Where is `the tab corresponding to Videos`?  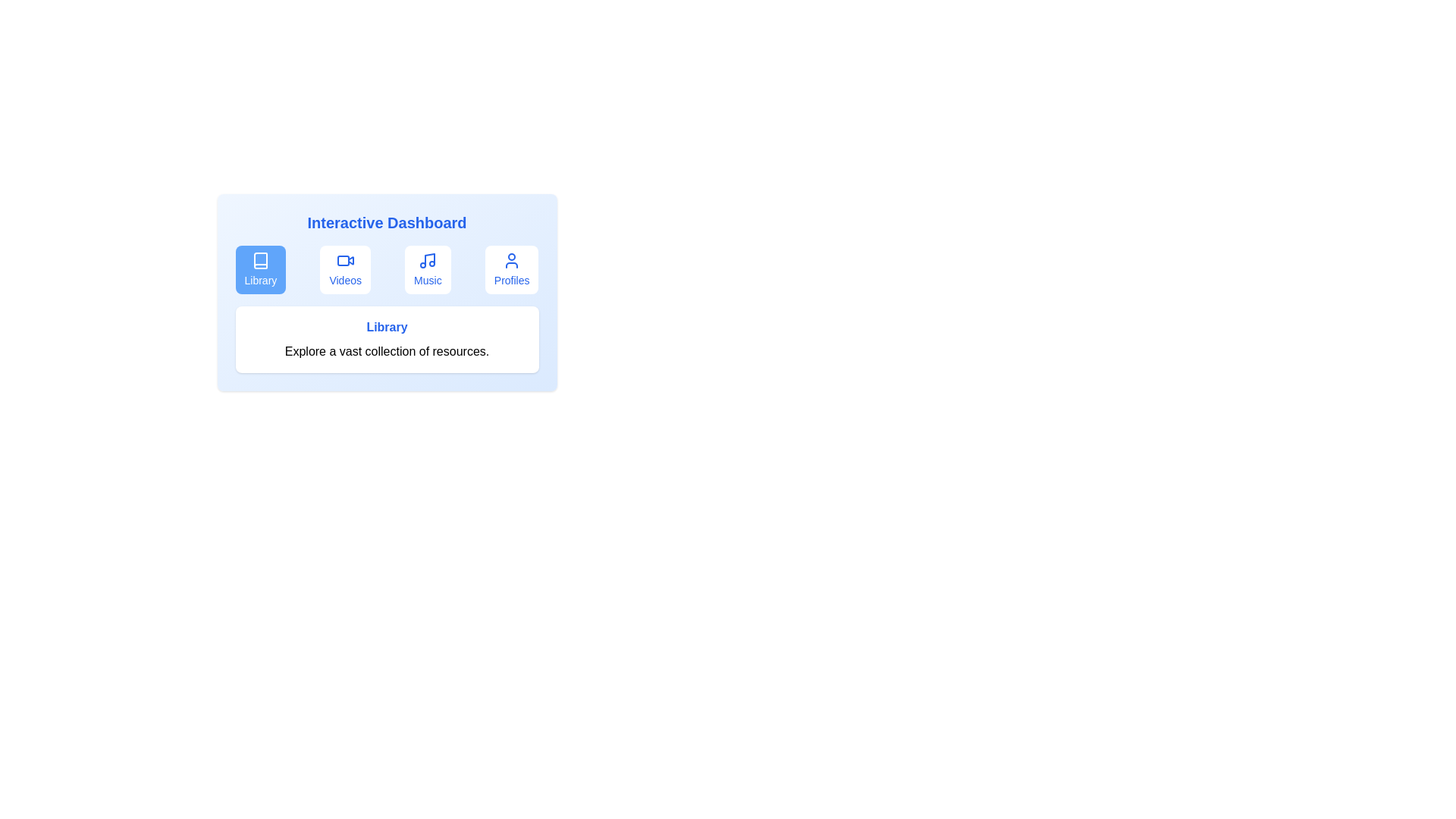
the tab corresponding to Videos is located at coordinates (344, 268).